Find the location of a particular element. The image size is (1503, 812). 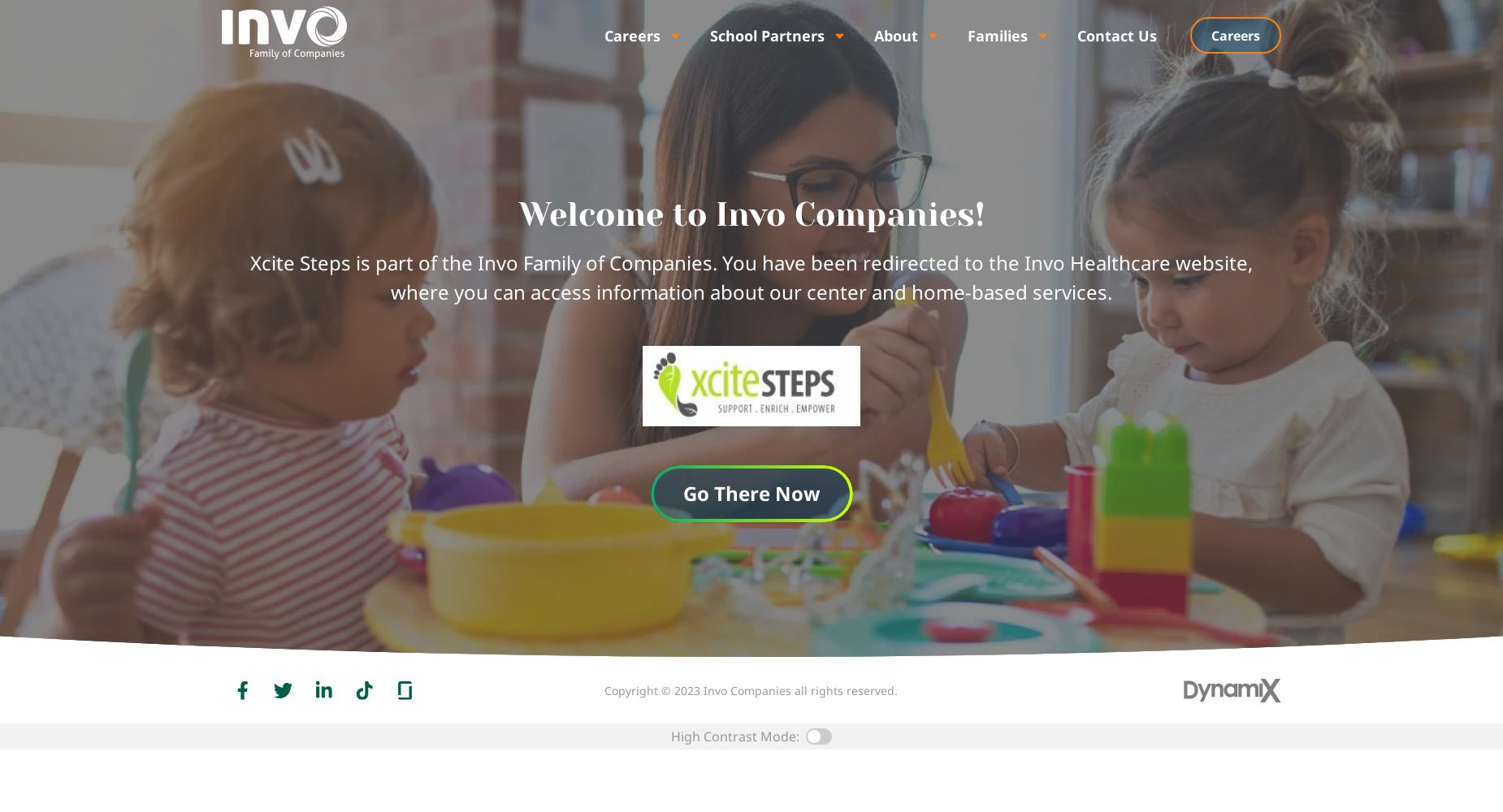

'Culture' is located at coordinates (609, 63).